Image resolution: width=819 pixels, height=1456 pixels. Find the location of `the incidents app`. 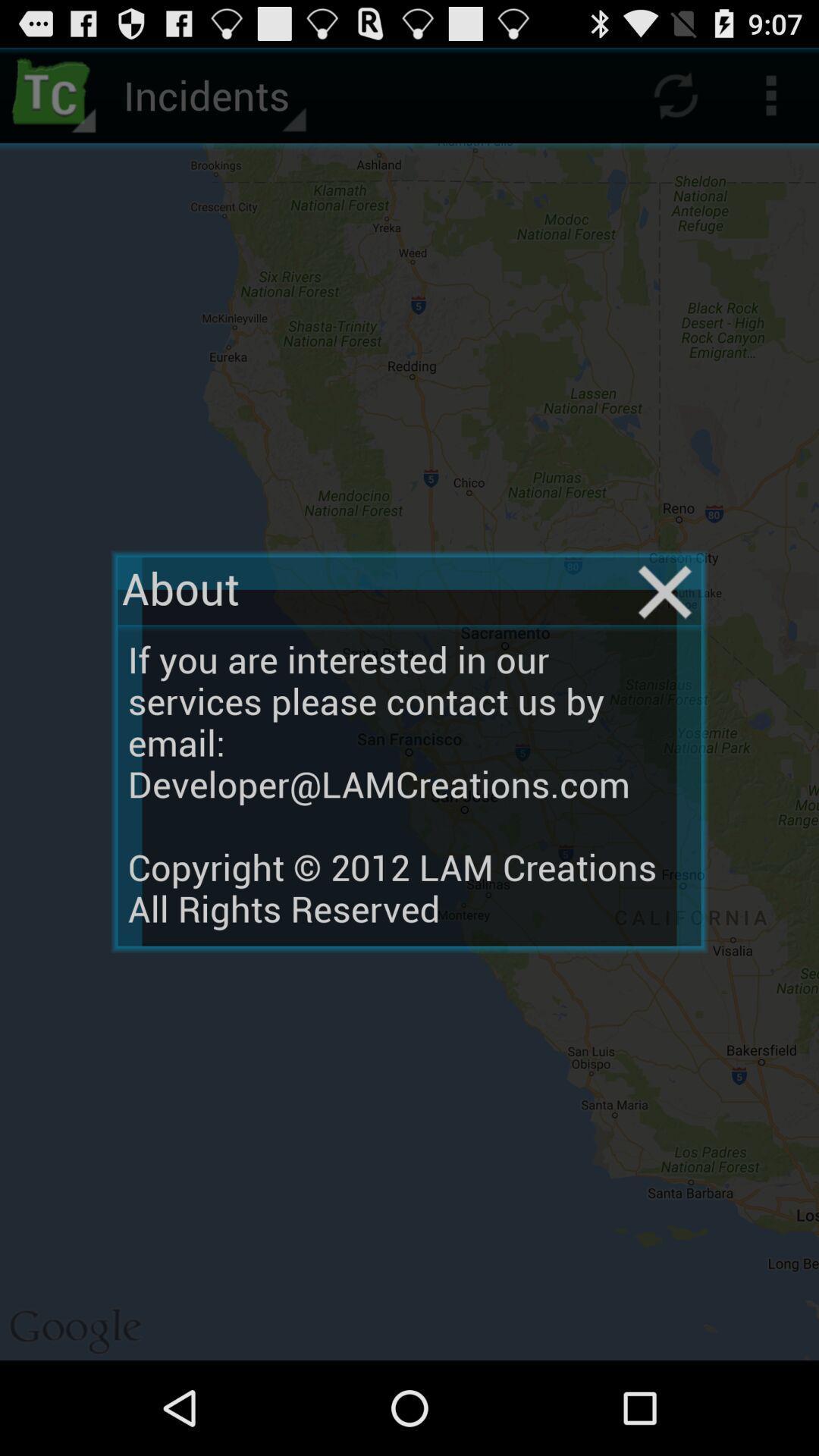

the incidents app is located at coordinates (212, 94).